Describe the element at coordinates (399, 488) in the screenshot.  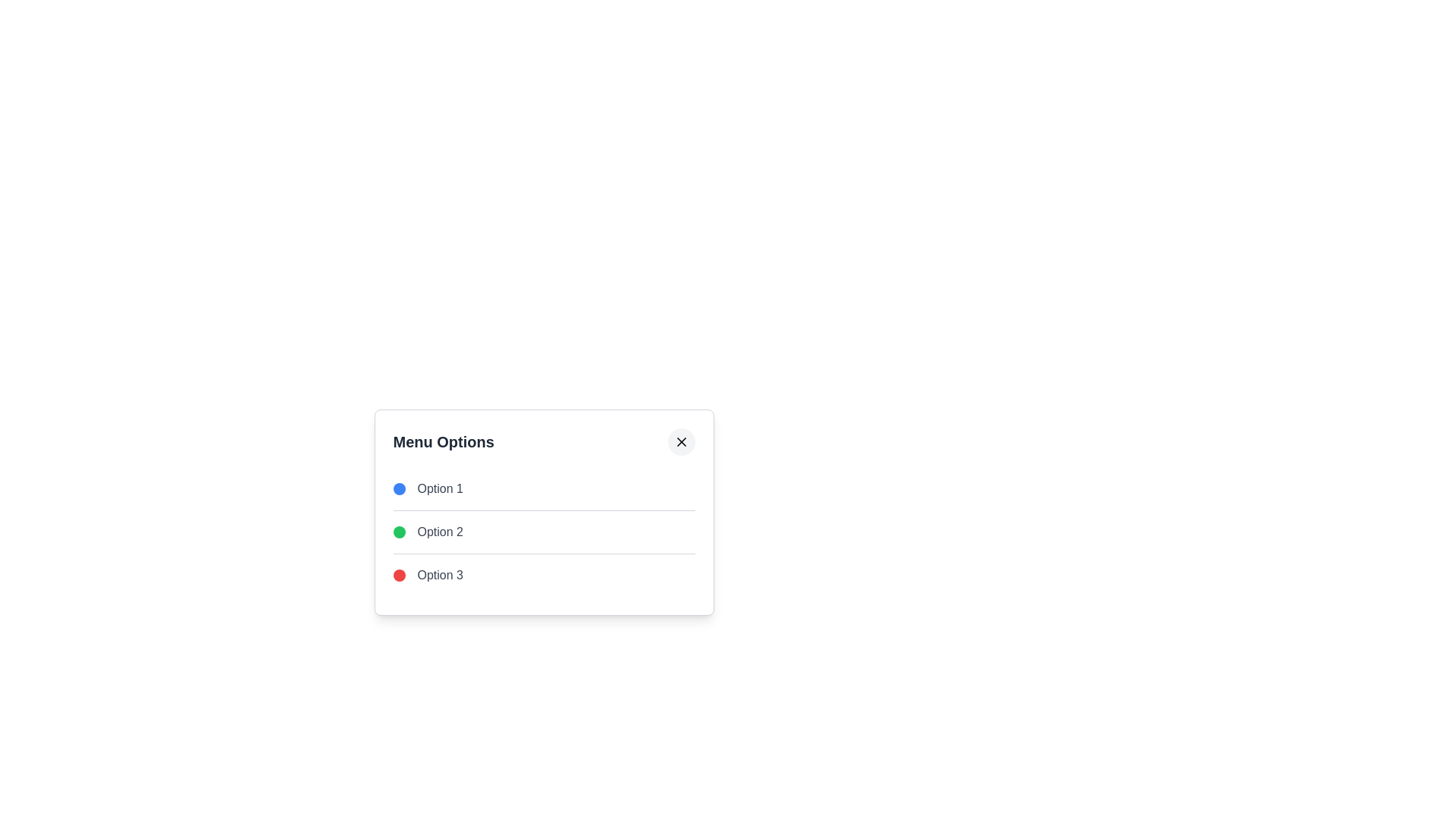
I see `the icon representing 'Option 1' located at the far-left end of the horizontal layout in the menu` at that location.